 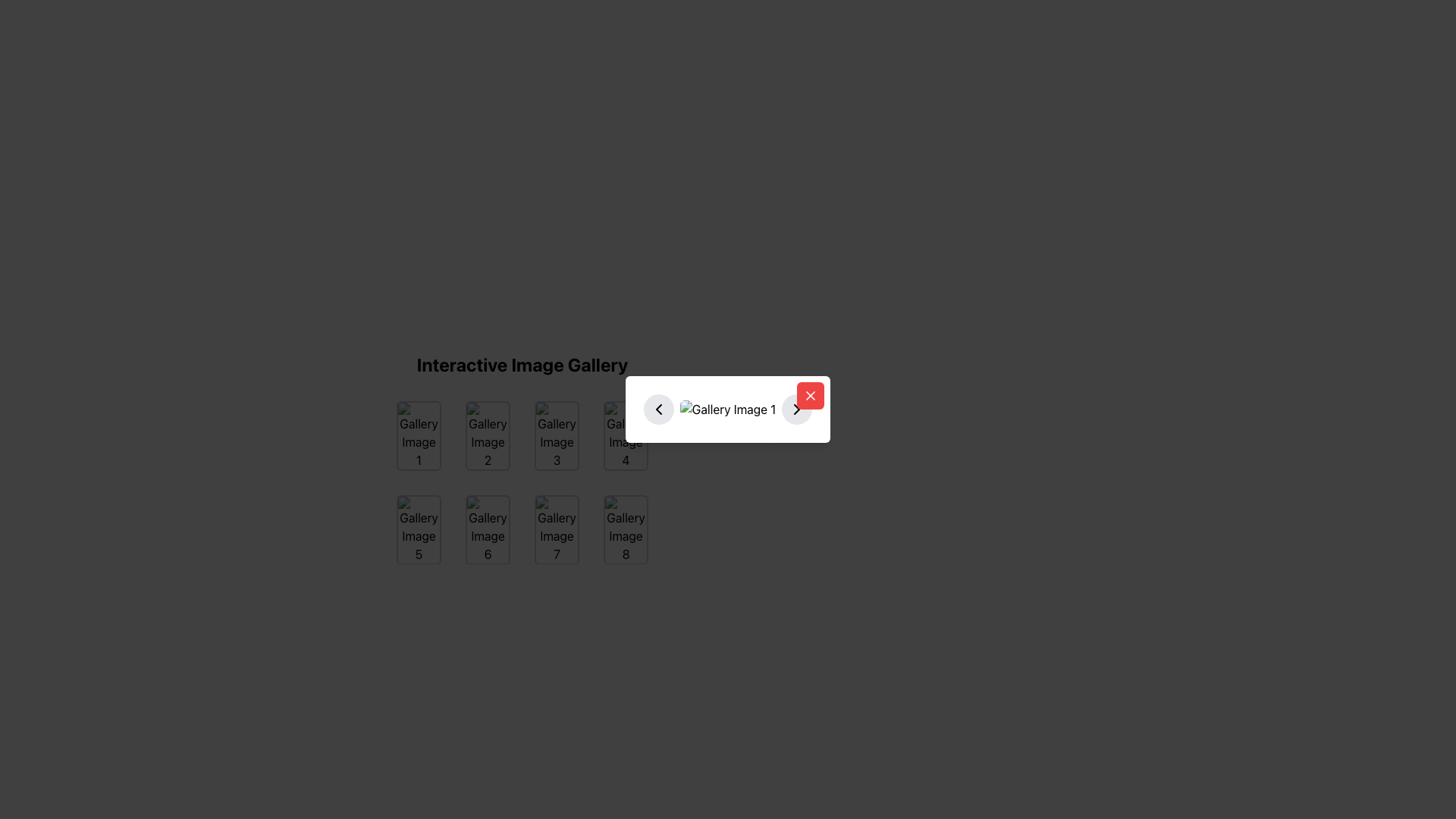 I want to click on the zoom in Icon Button located centrally within the darkened overlay, so click(x=626, y=435).